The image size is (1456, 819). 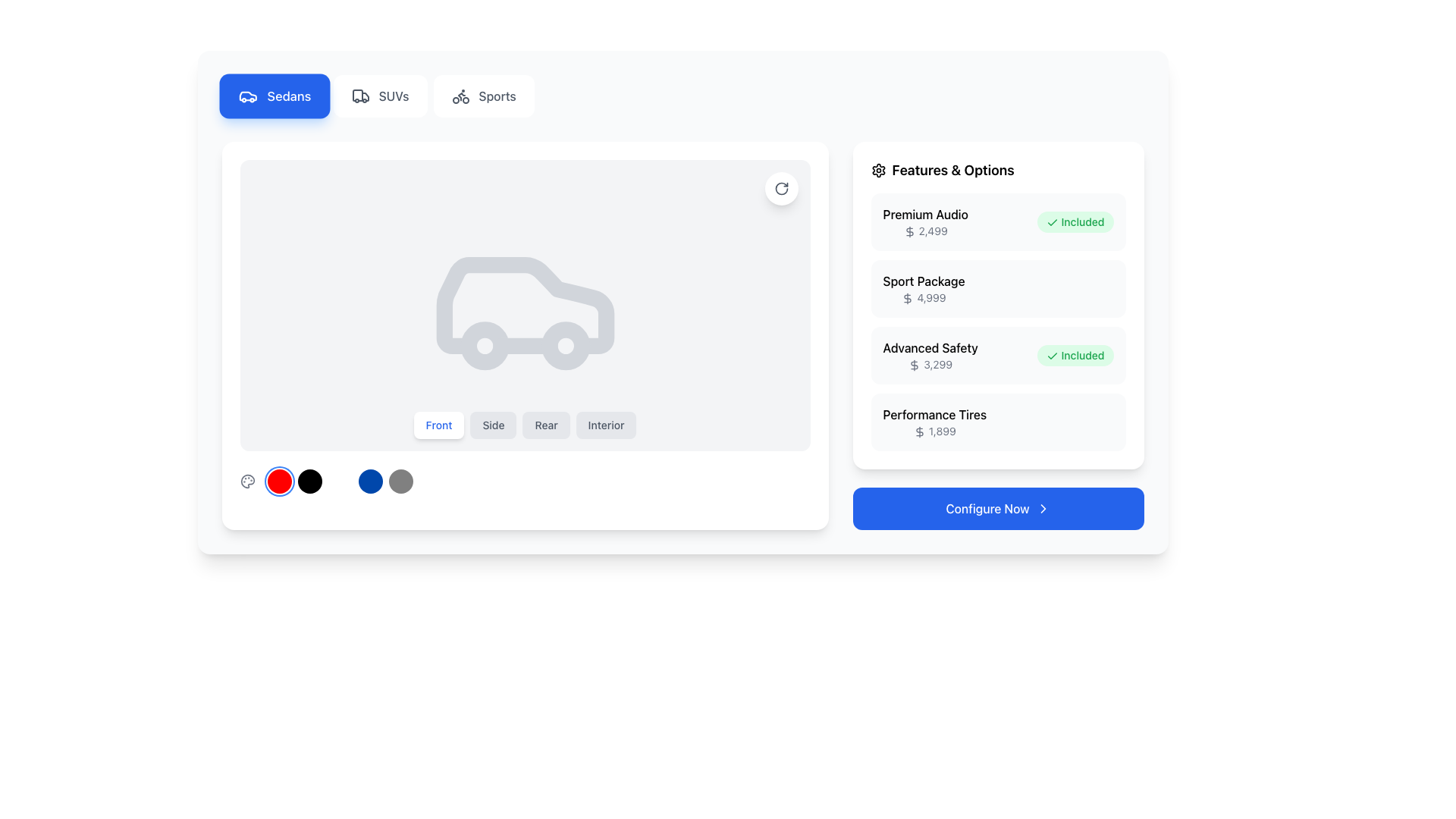 What do you see at coordinates (380, 96) in the screenshot?
I see `the interactive button that filters or displays SUV-related information, located between the 'Sedans' and 'Sports' buttons in the top section of the layout` at bounding box center [380, 96].